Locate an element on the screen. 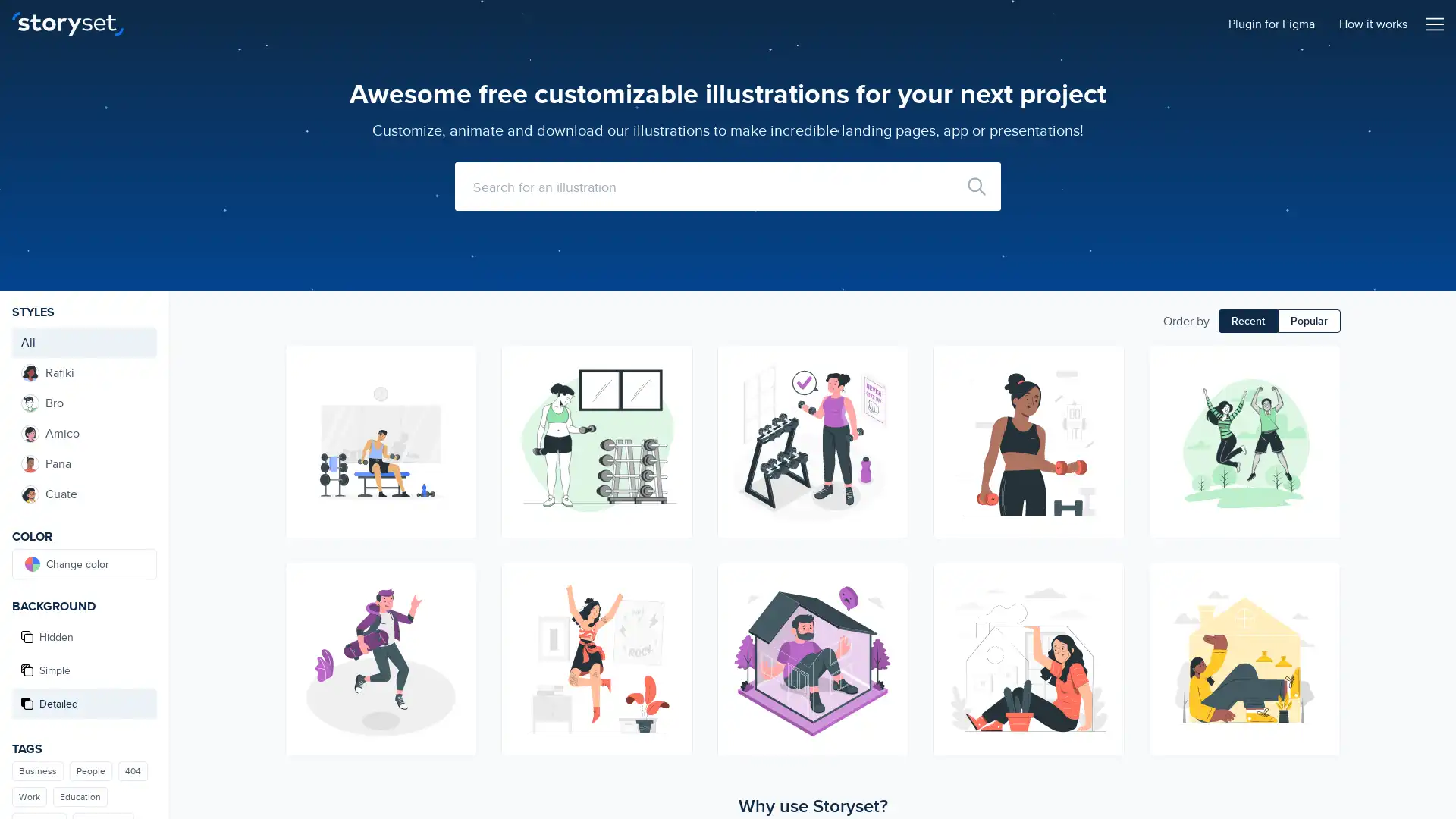 The width and height of the screenshot is (1456, 819). Popular is located at coordinates (1308, 320).